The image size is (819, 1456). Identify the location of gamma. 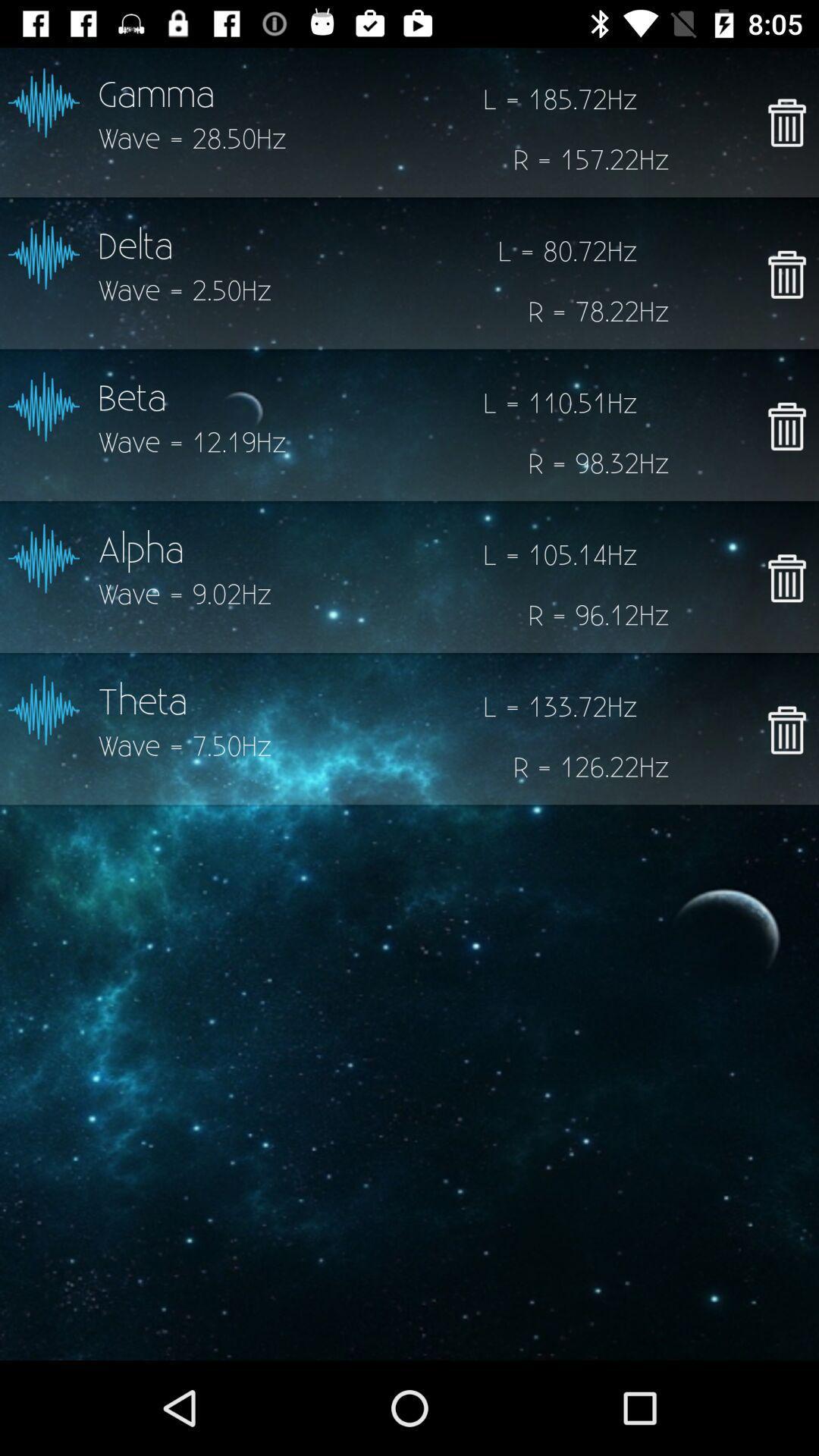
(786, 122).